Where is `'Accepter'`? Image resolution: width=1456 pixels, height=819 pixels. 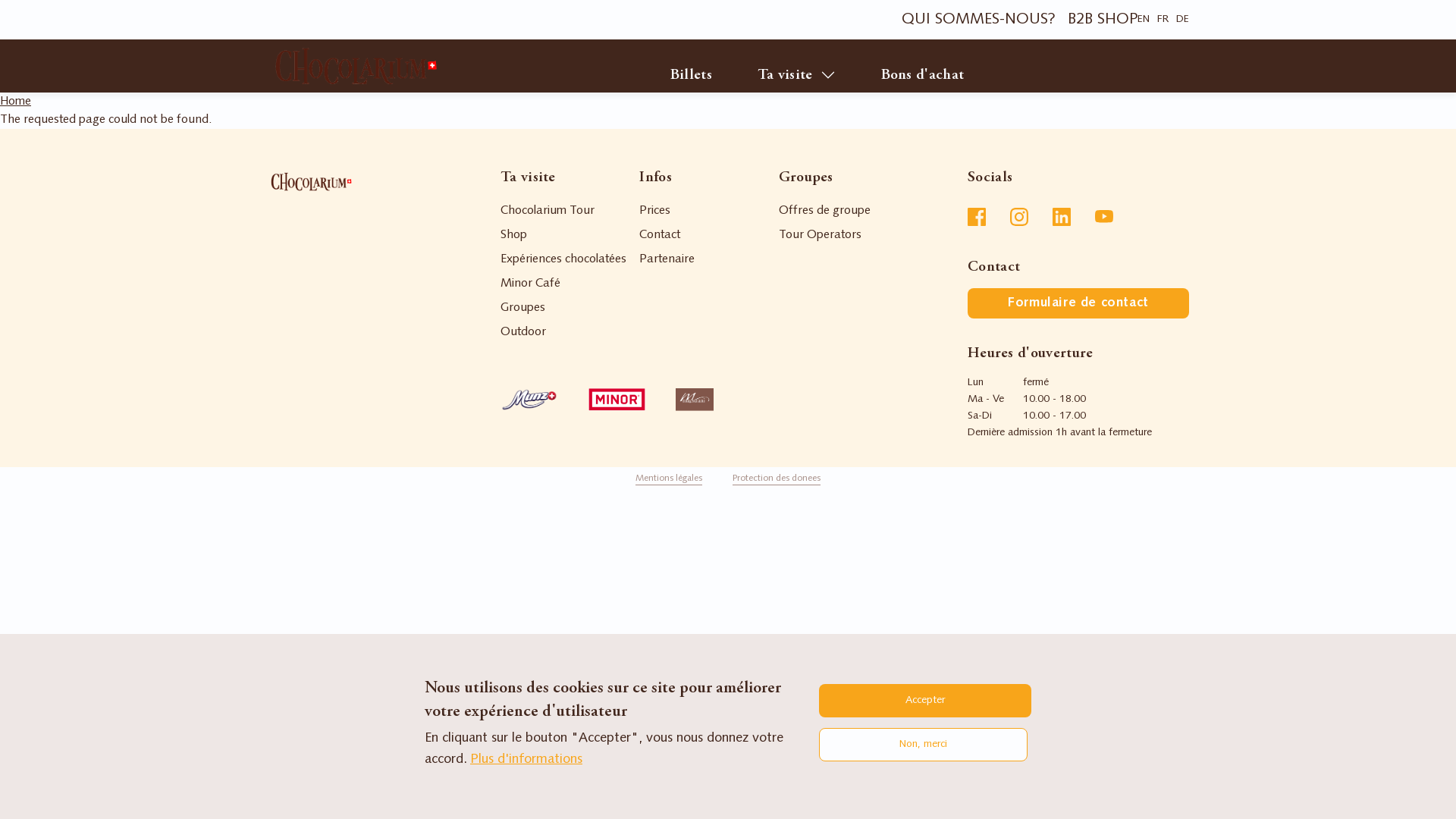 'Accepter' is located at coordinates (924, 701).